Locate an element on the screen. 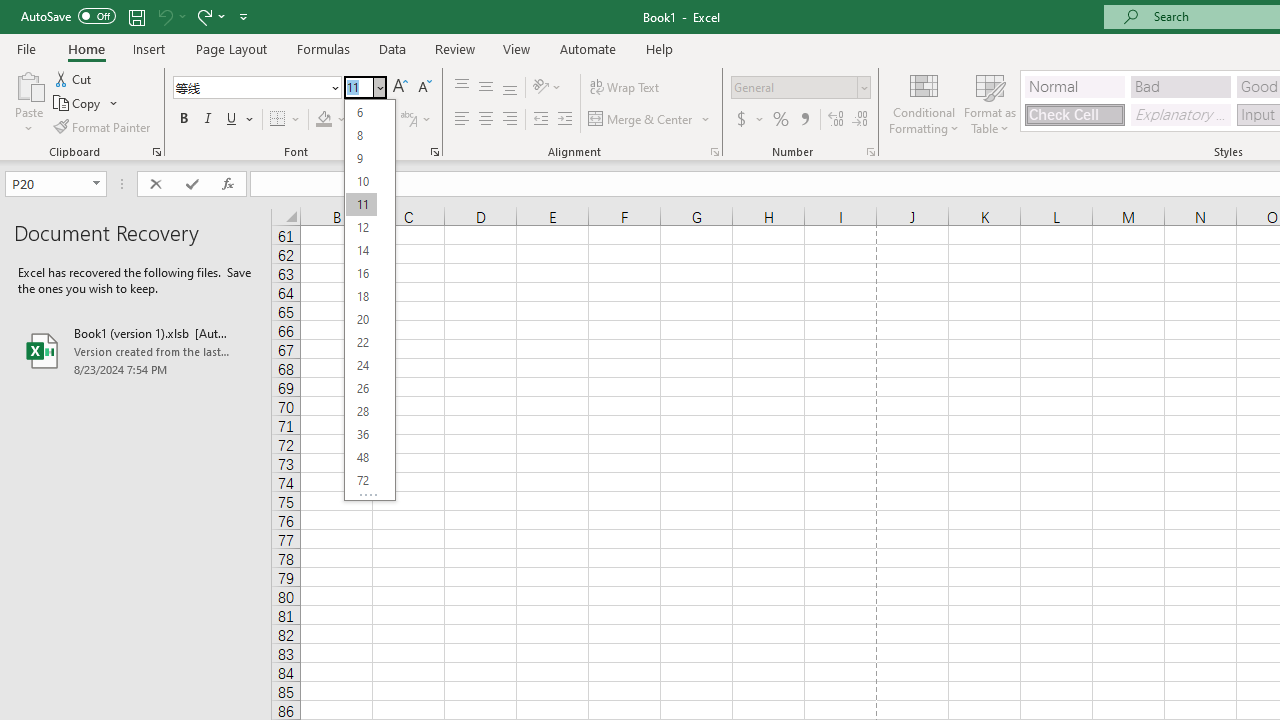 The height and width of the screenshot is (720, 1280). 'Book1 (version 1).xlsb  [AutoRecovered]' is located at coordinates (135, 350).